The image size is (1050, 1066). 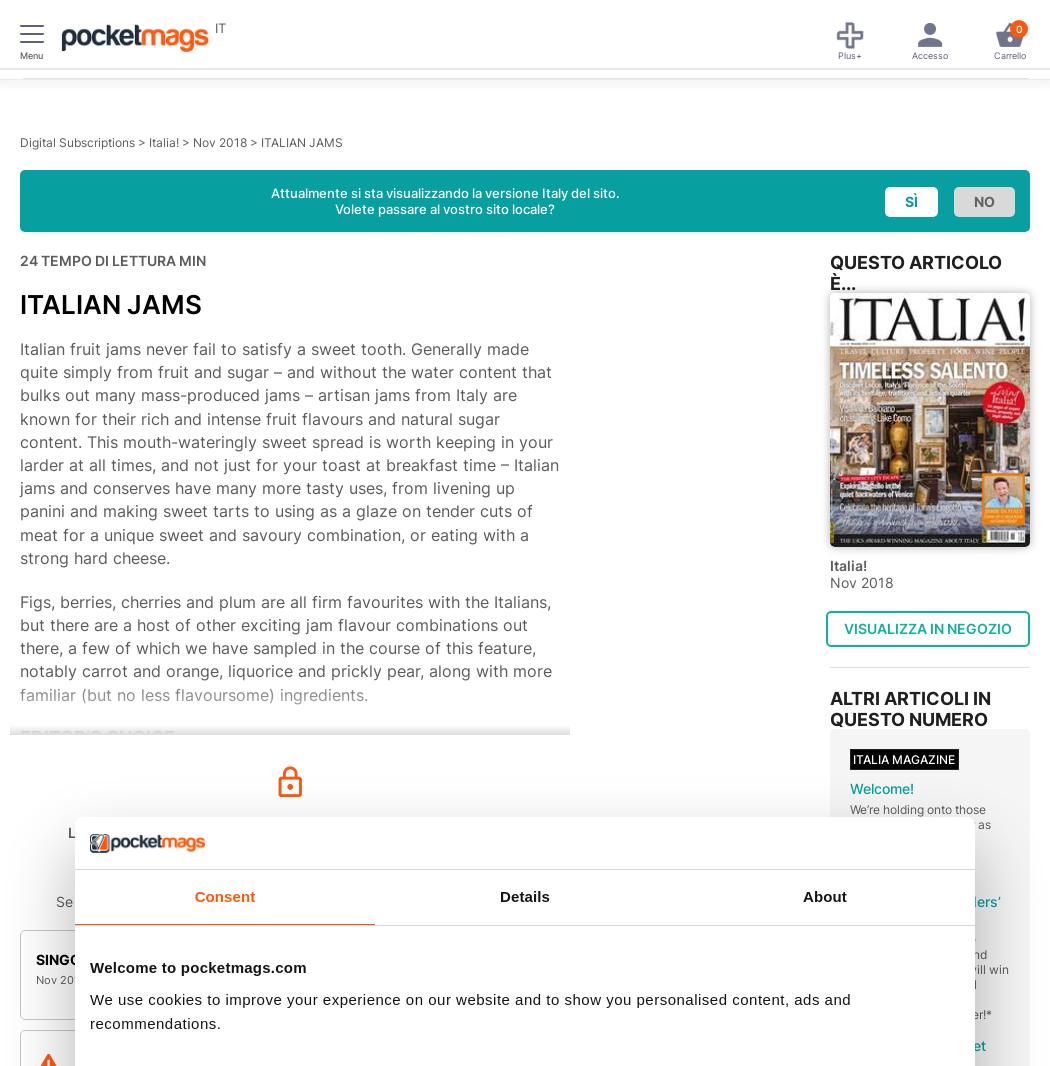 What do you see at coordinates (214, 27) in the screenshot?
I see `'IT'` at bounding box center [214, 27].